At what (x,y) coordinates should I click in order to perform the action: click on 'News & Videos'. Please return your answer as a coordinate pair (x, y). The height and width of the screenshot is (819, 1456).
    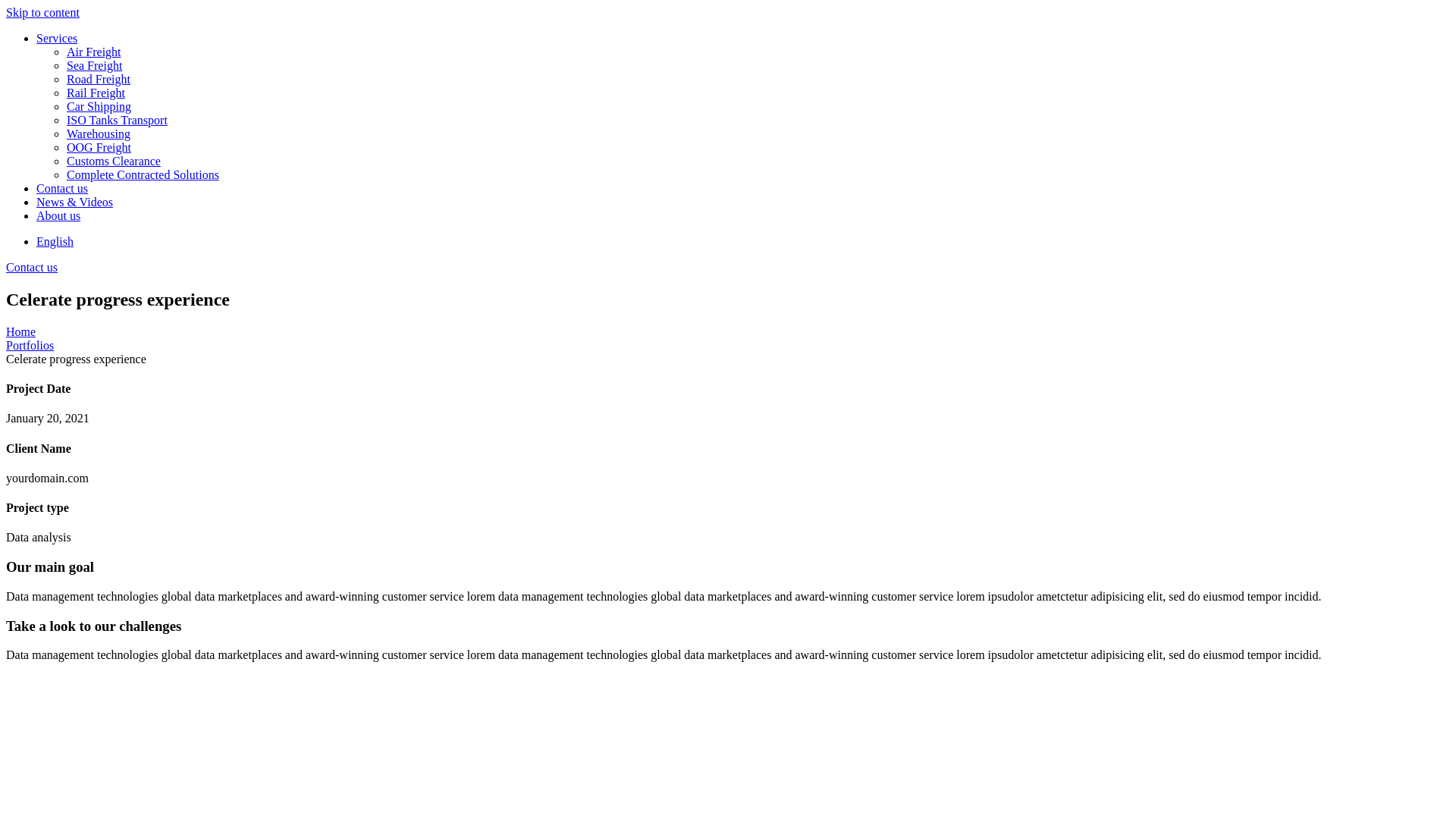
    Looking at the image, I should click on (742, 201).